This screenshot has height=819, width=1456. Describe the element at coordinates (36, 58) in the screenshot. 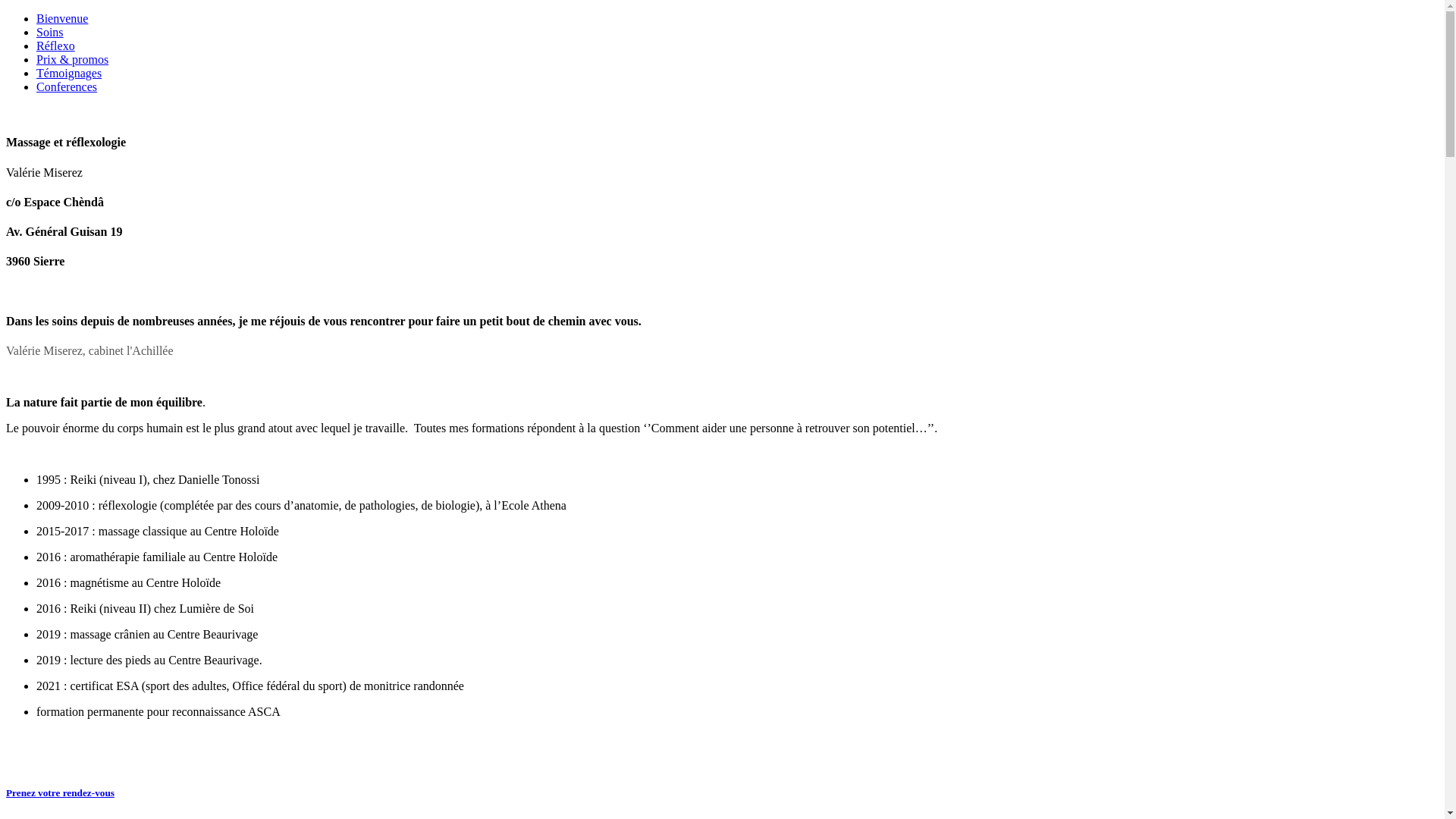

I see `'Prix & promos'` at that location.